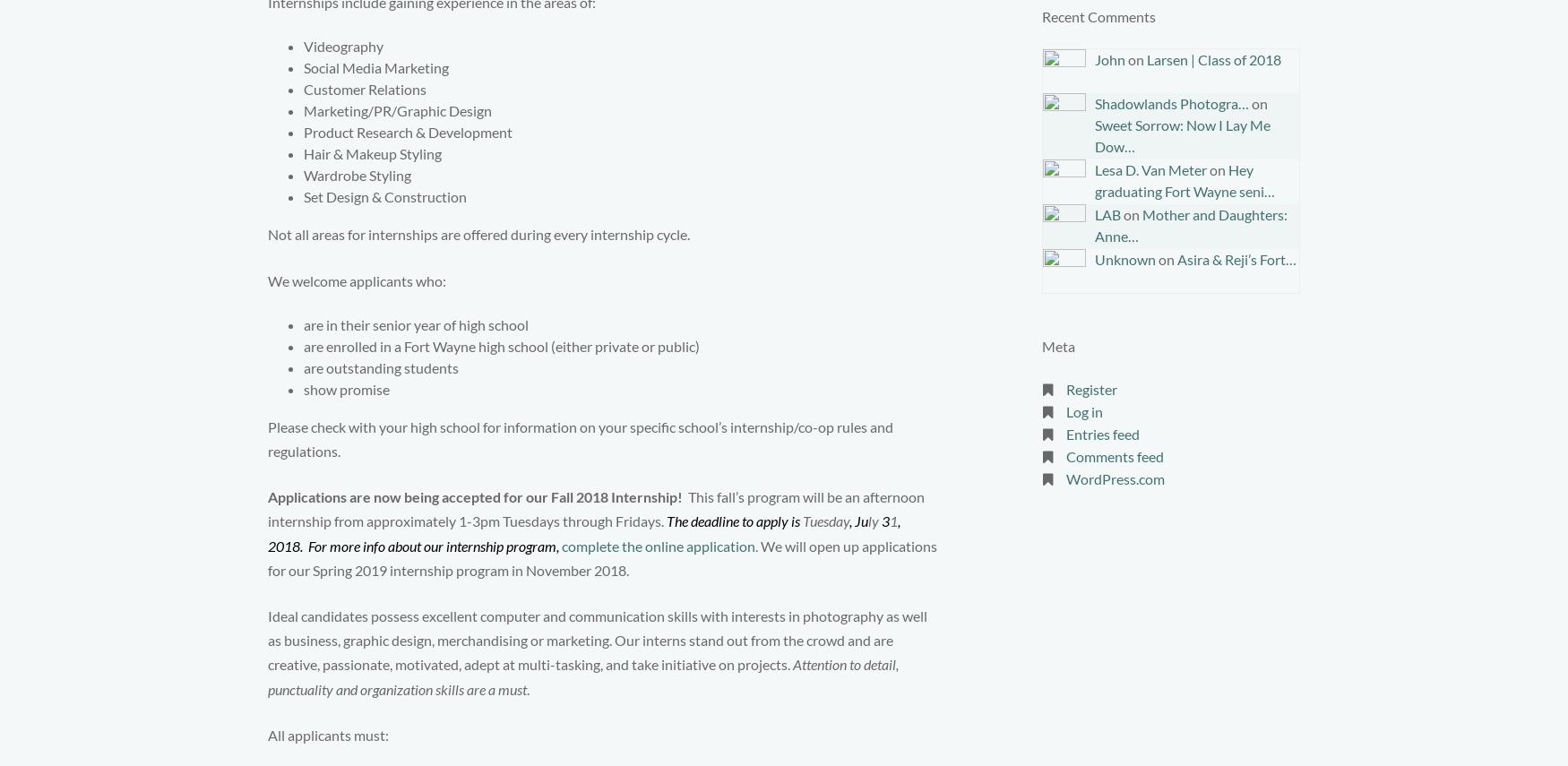 The image size is (1568, 766). What do you see at coordinates (825, 520) in the screenshot?
I see `'Tuesday'` at bounding box center [825, 520].